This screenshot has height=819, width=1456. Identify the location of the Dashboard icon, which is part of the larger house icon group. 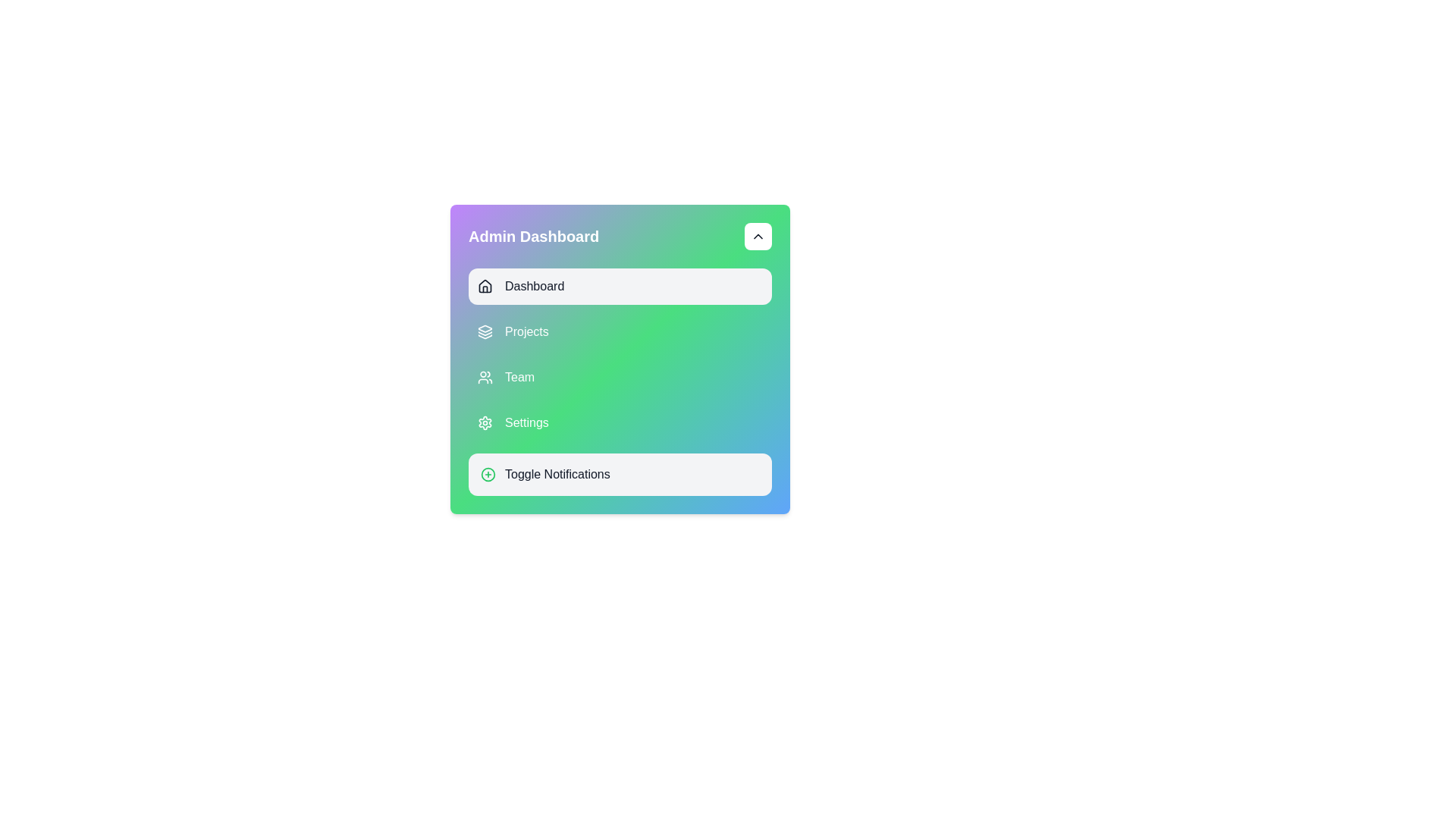
(484, 286).